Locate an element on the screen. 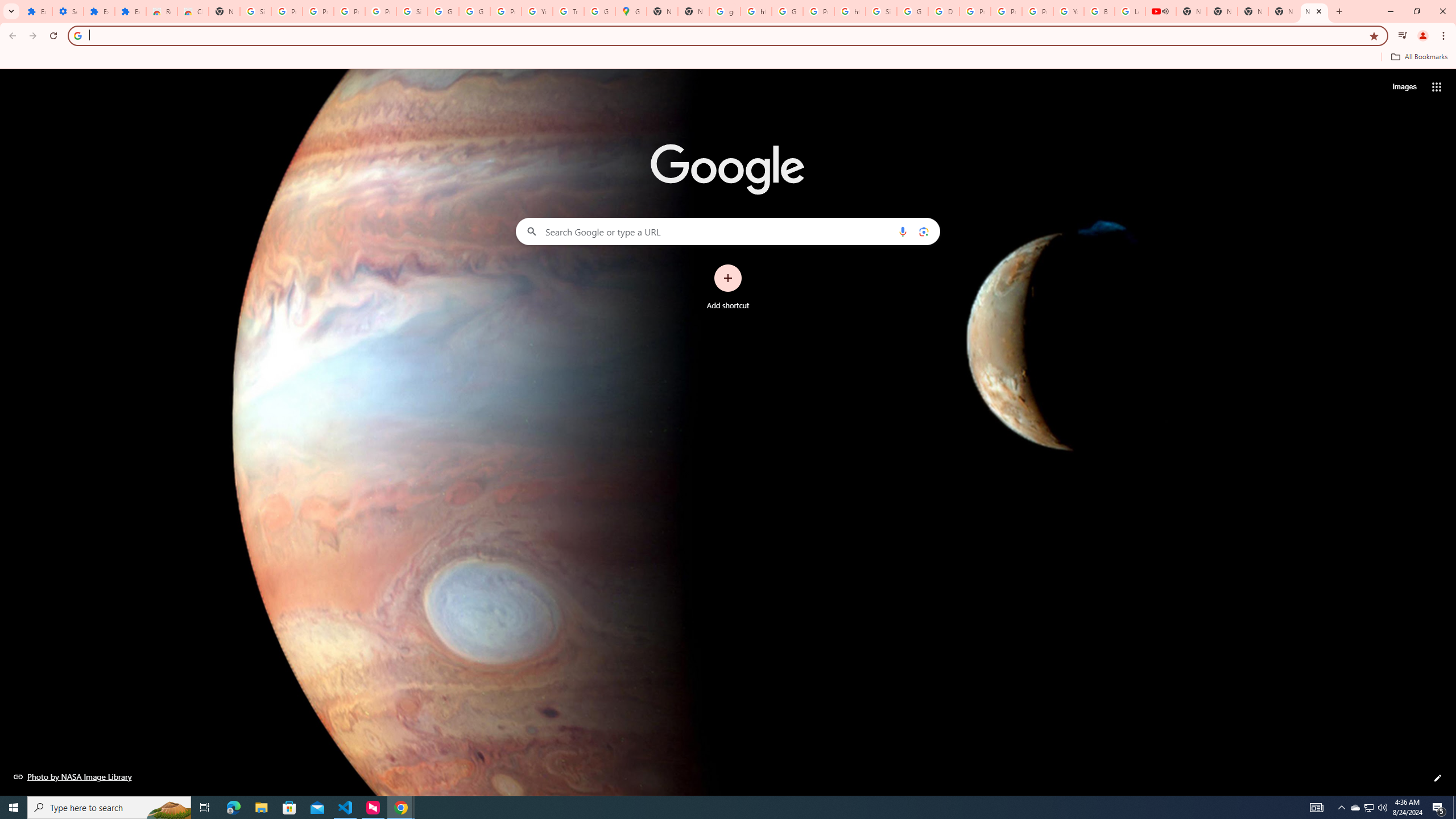 The width and height of the screenshot is (1456, 819). 'Extensions' is located at coordinates (130, 11).